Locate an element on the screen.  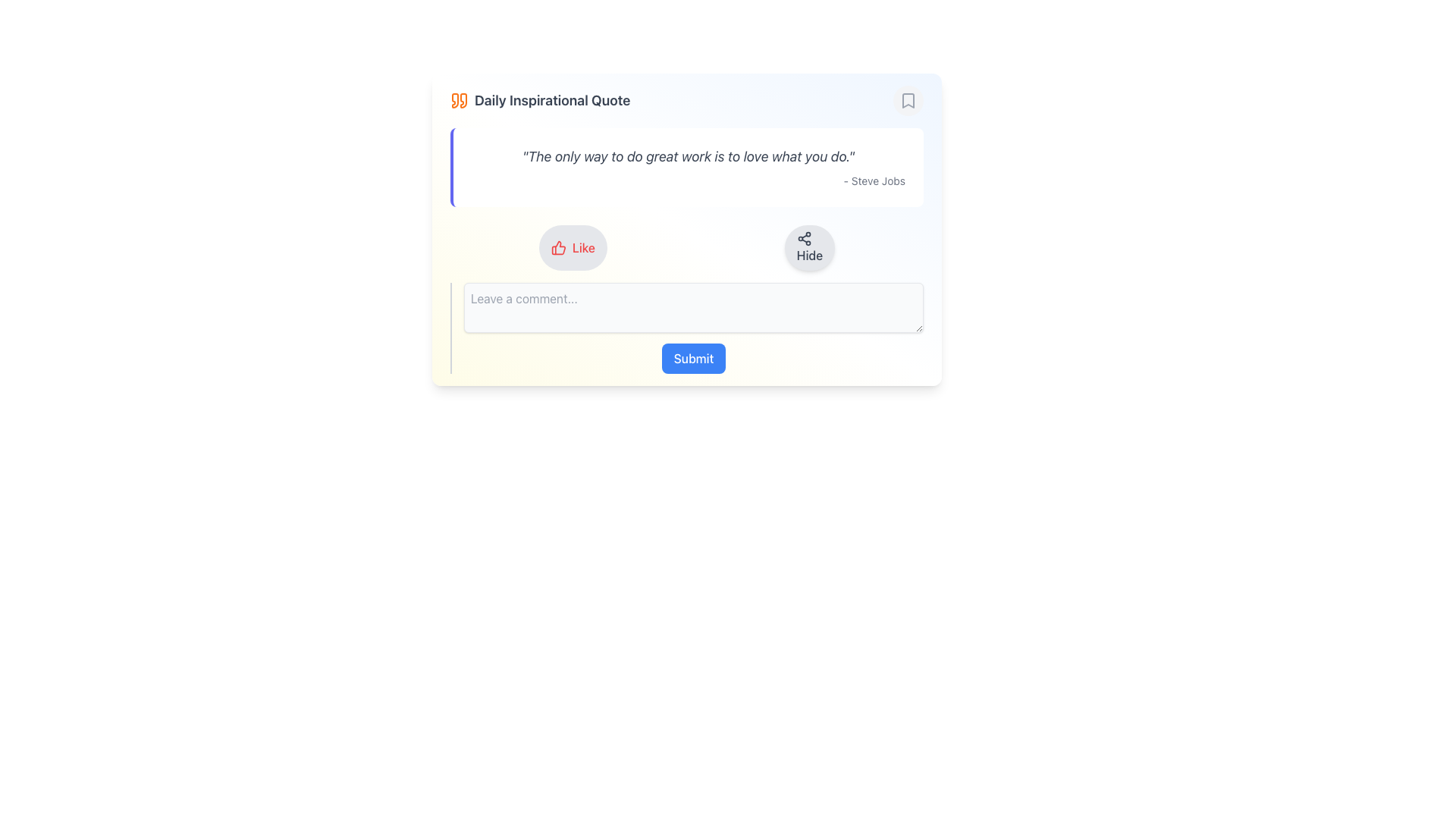
inspirational quote text displayed centrally below the heading 'Daily Inspirational Quote' in the upper-middle area of the interface is located at coordinates (687, 157).